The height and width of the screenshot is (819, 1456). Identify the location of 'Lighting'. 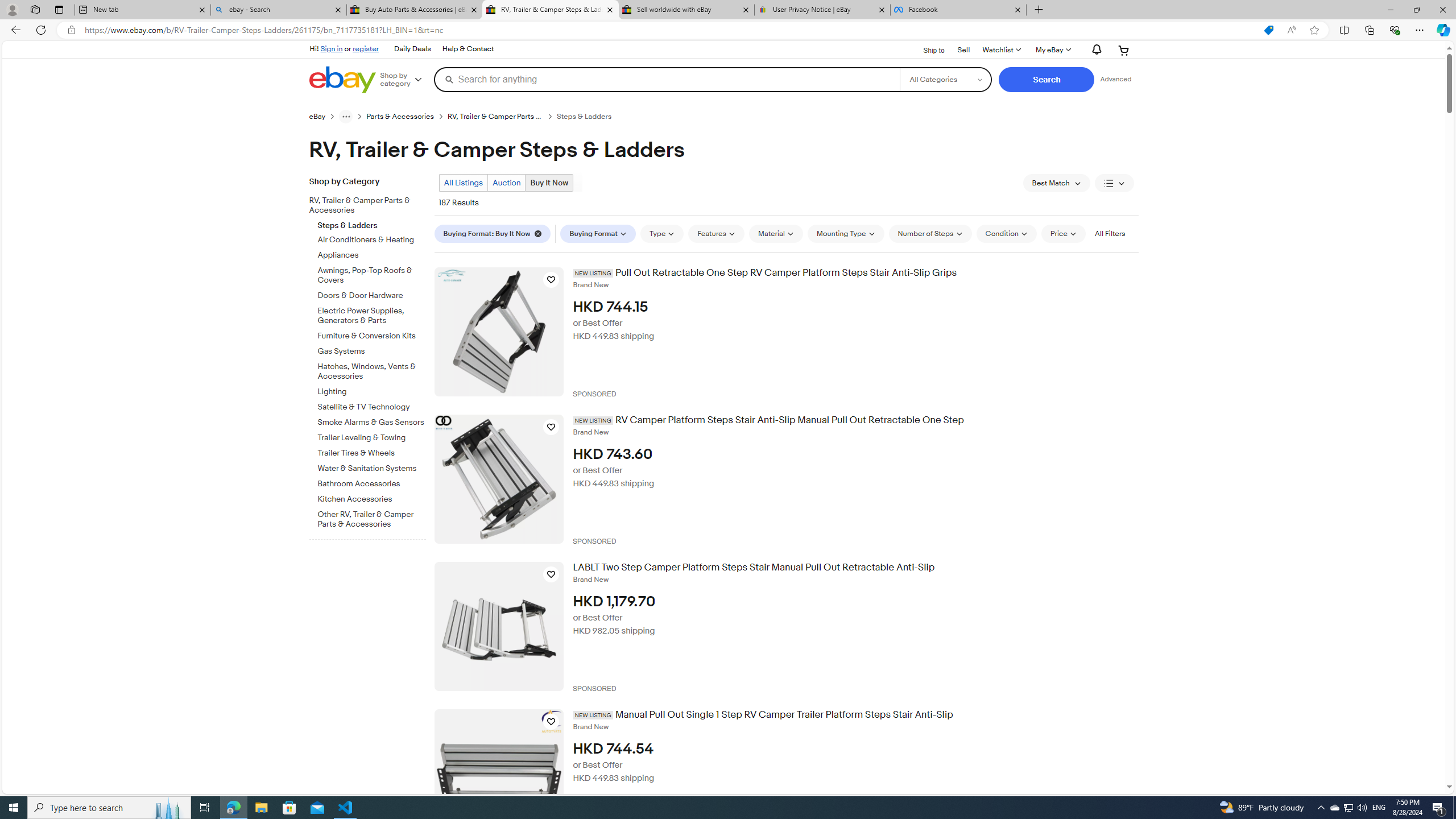
(371, 392).